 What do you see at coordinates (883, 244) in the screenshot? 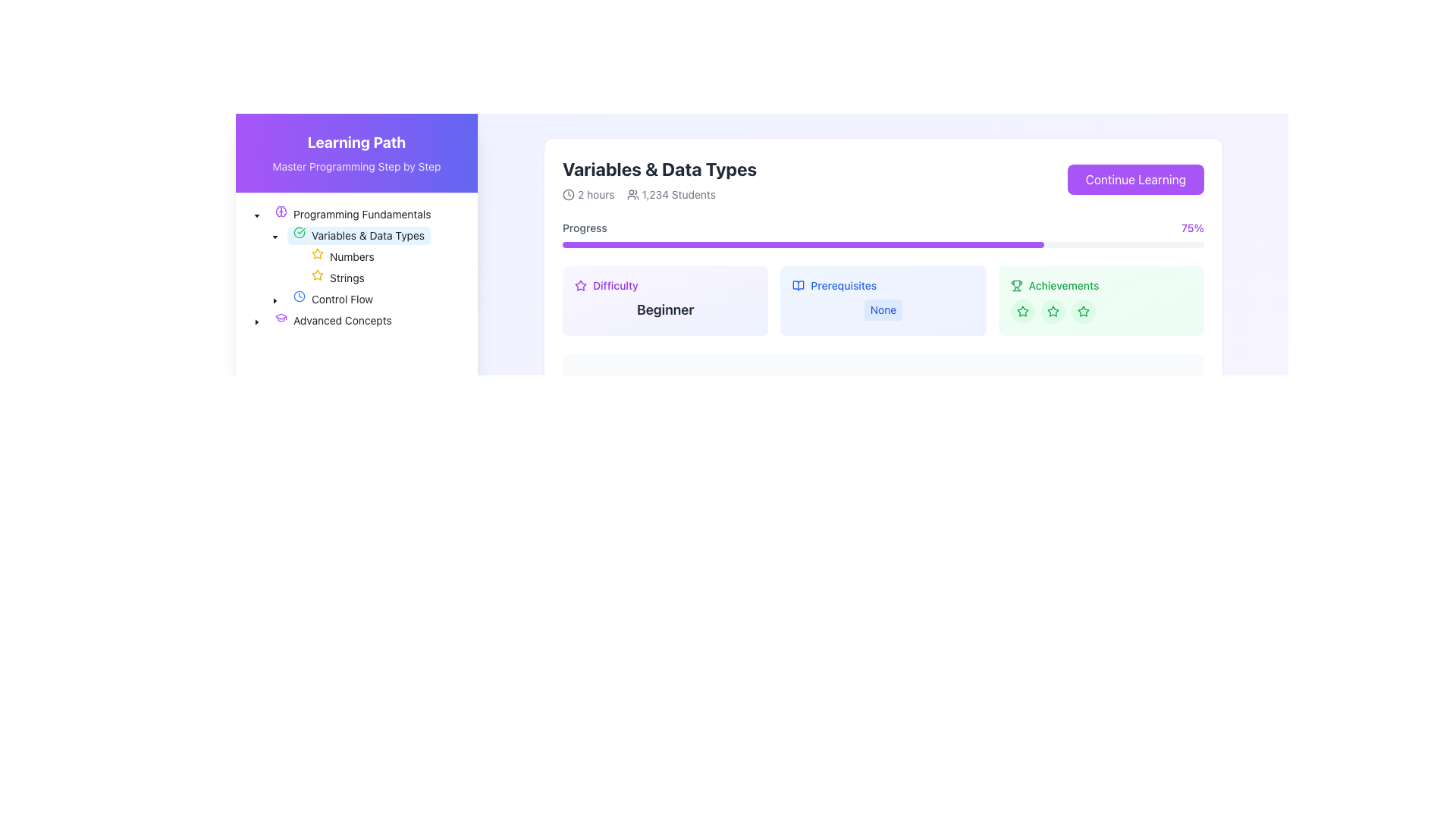
I see `the slim rectangular progress bar that is light gray with a purple foreground, located beneath the 'Progress' label and above metrics like 'Difficulty' and 'Achievements'` at bounding box center [883, 244].